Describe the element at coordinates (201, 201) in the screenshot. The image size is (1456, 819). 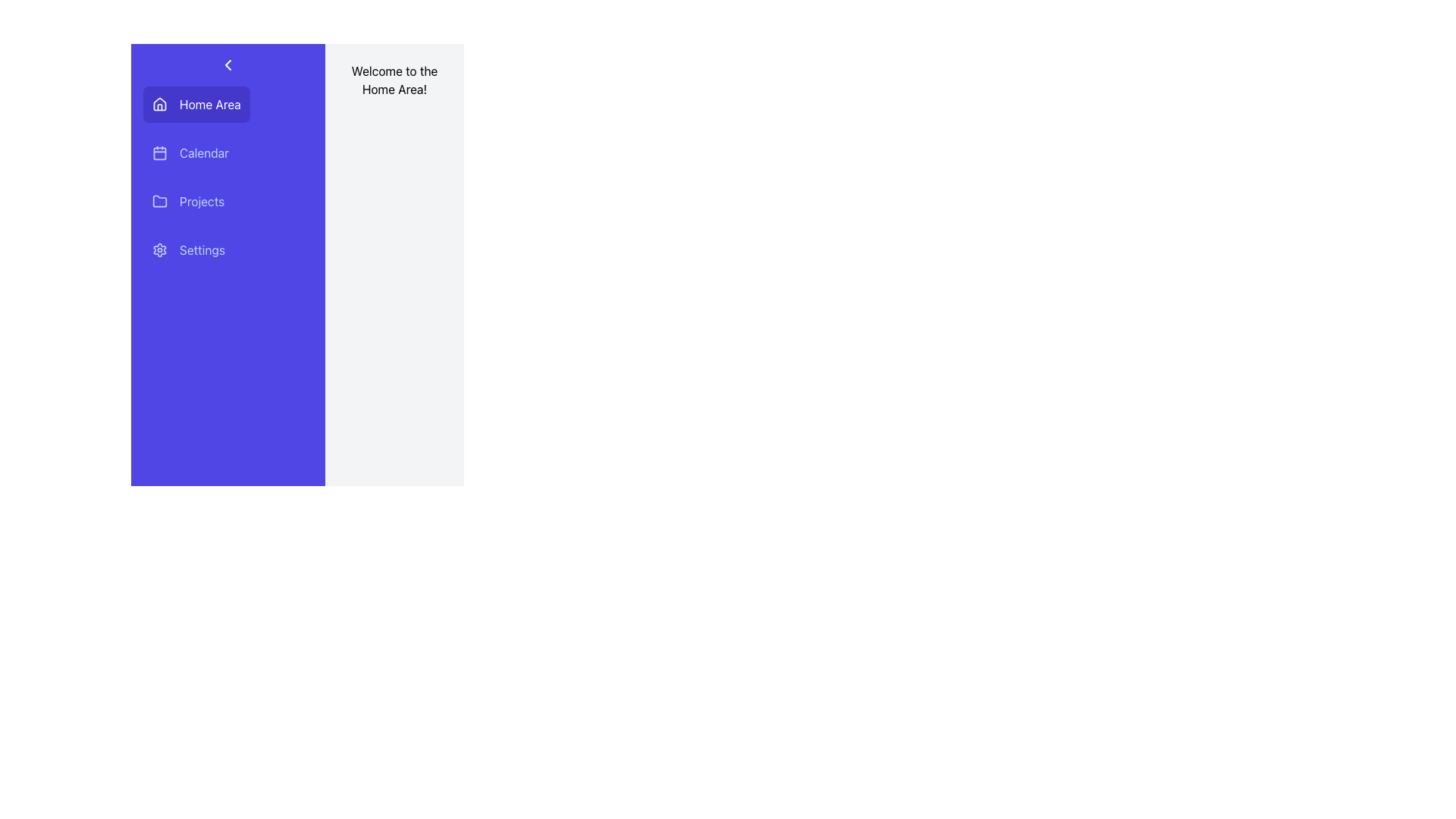
I see `the 'Projects' text label in the blue sidebar navigation menu` at that location.